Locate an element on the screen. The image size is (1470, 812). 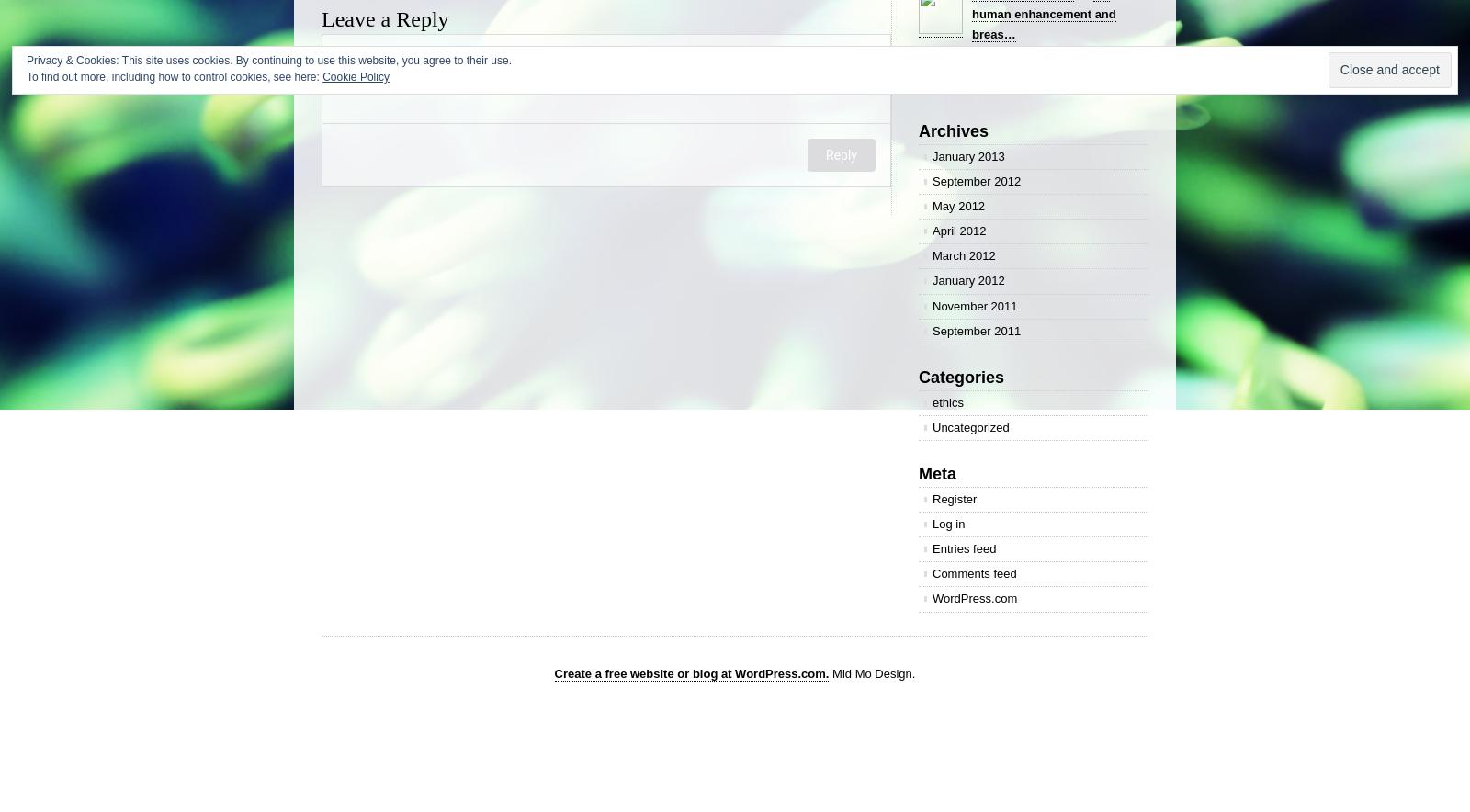
'Mid Mo Design.' is located at coordinates (870, 671).